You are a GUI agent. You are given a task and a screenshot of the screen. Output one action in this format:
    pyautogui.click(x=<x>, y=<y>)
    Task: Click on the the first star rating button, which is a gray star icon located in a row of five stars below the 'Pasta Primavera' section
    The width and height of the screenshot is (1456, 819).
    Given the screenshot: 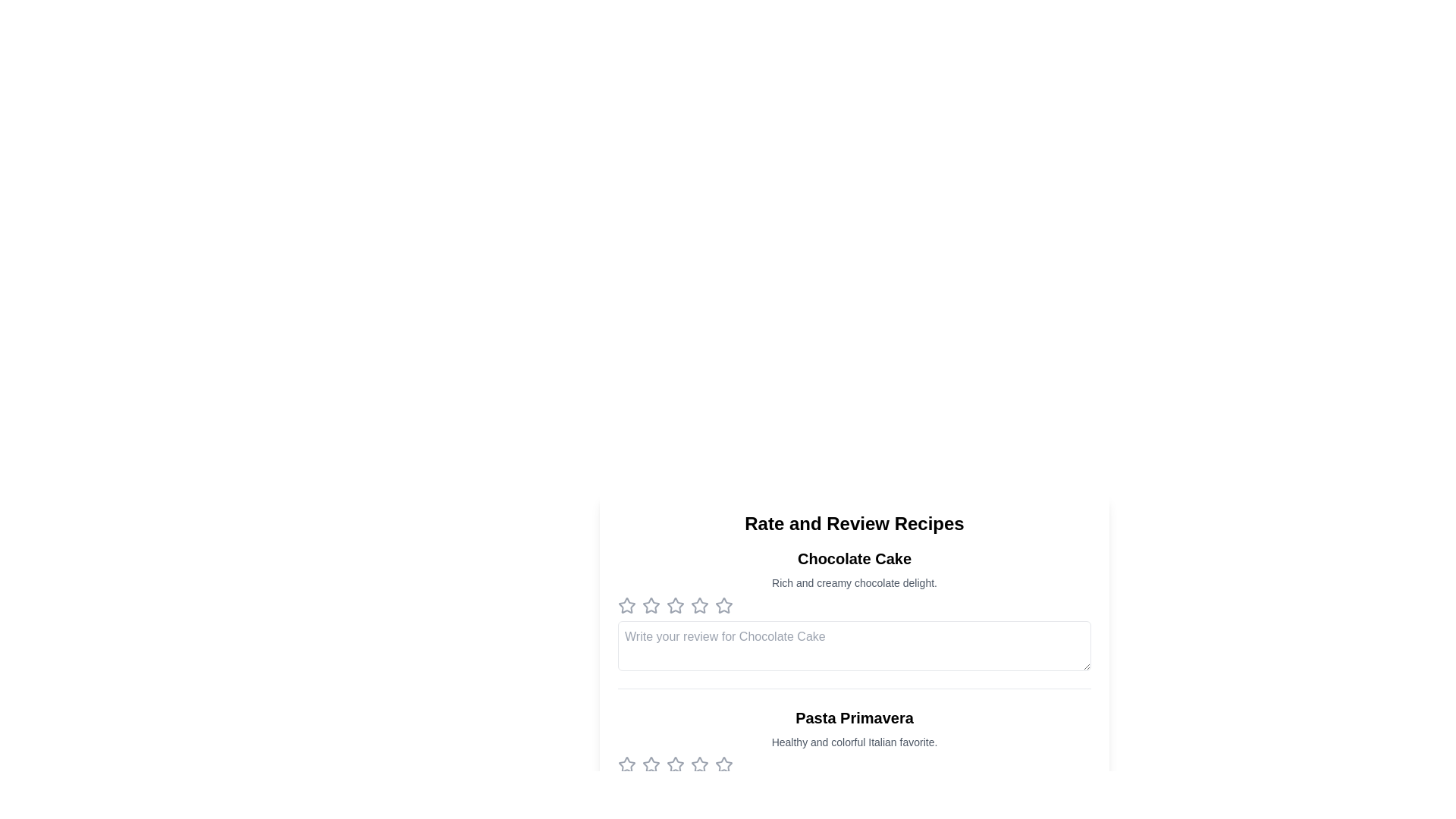 What is the action you would take?
    pyautogui.click(x=626, y=765)
    